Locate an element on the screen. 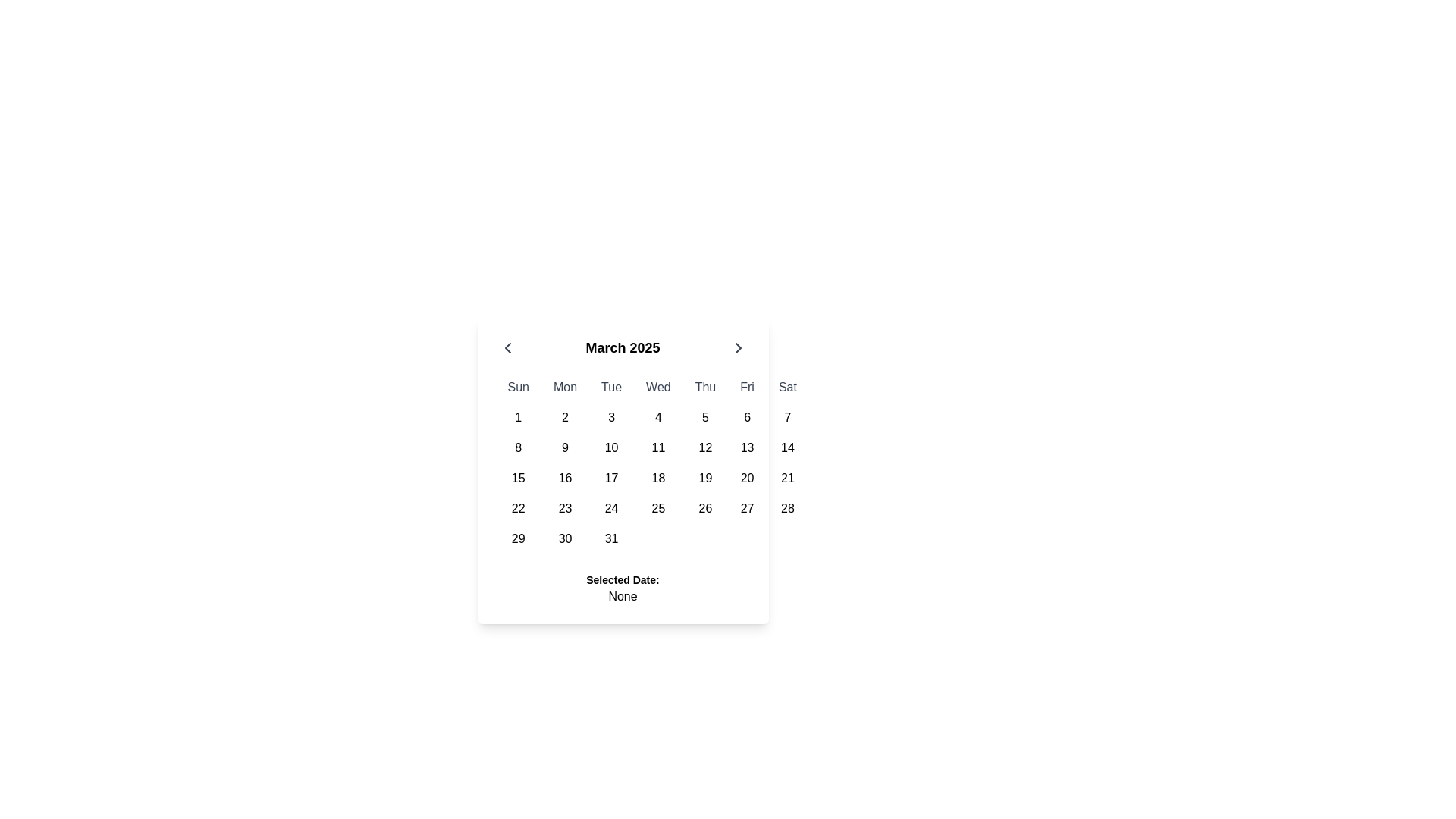 This screenshot has height=819, width=1456. the non-interactive button displaying the number '12' in the calendar grid layout is located at coordinates (704, 447).